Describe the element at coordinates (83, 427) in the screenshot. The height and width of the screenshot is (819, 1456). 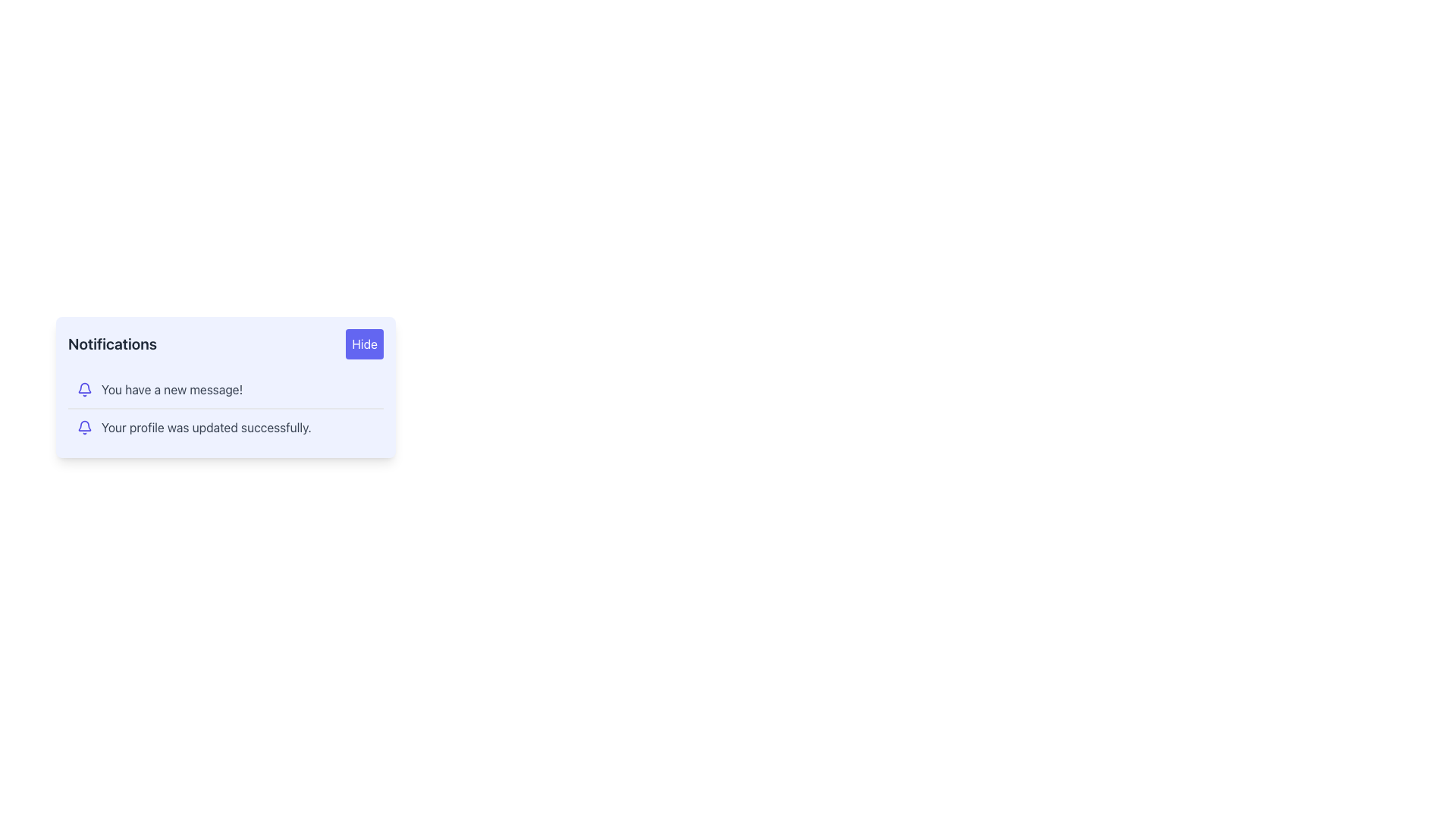
I see `the bell icon located at the beginning of the second notification message that indicates a profile update` at that location.